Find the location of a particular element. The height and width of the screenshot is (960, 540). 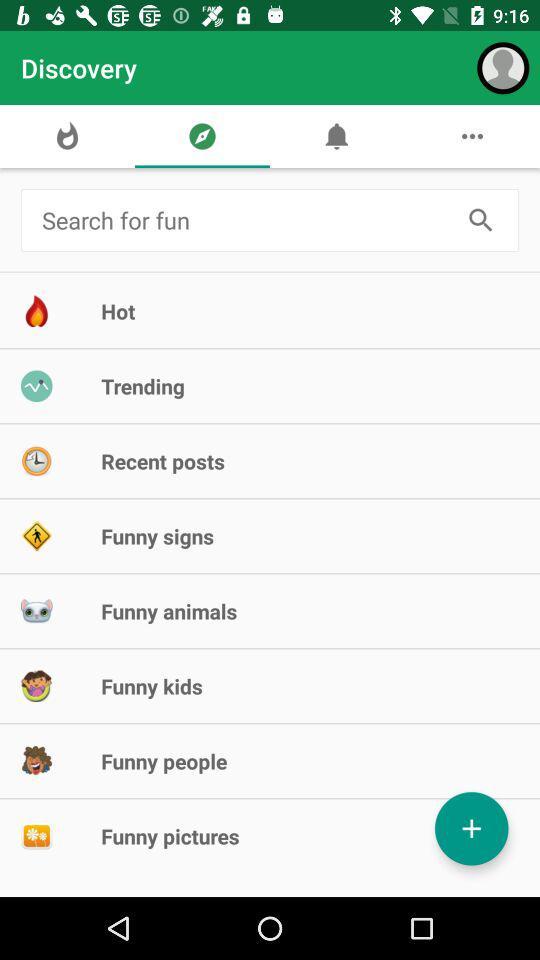

the item at the bottom right corner is located at coordinates (471, 828).